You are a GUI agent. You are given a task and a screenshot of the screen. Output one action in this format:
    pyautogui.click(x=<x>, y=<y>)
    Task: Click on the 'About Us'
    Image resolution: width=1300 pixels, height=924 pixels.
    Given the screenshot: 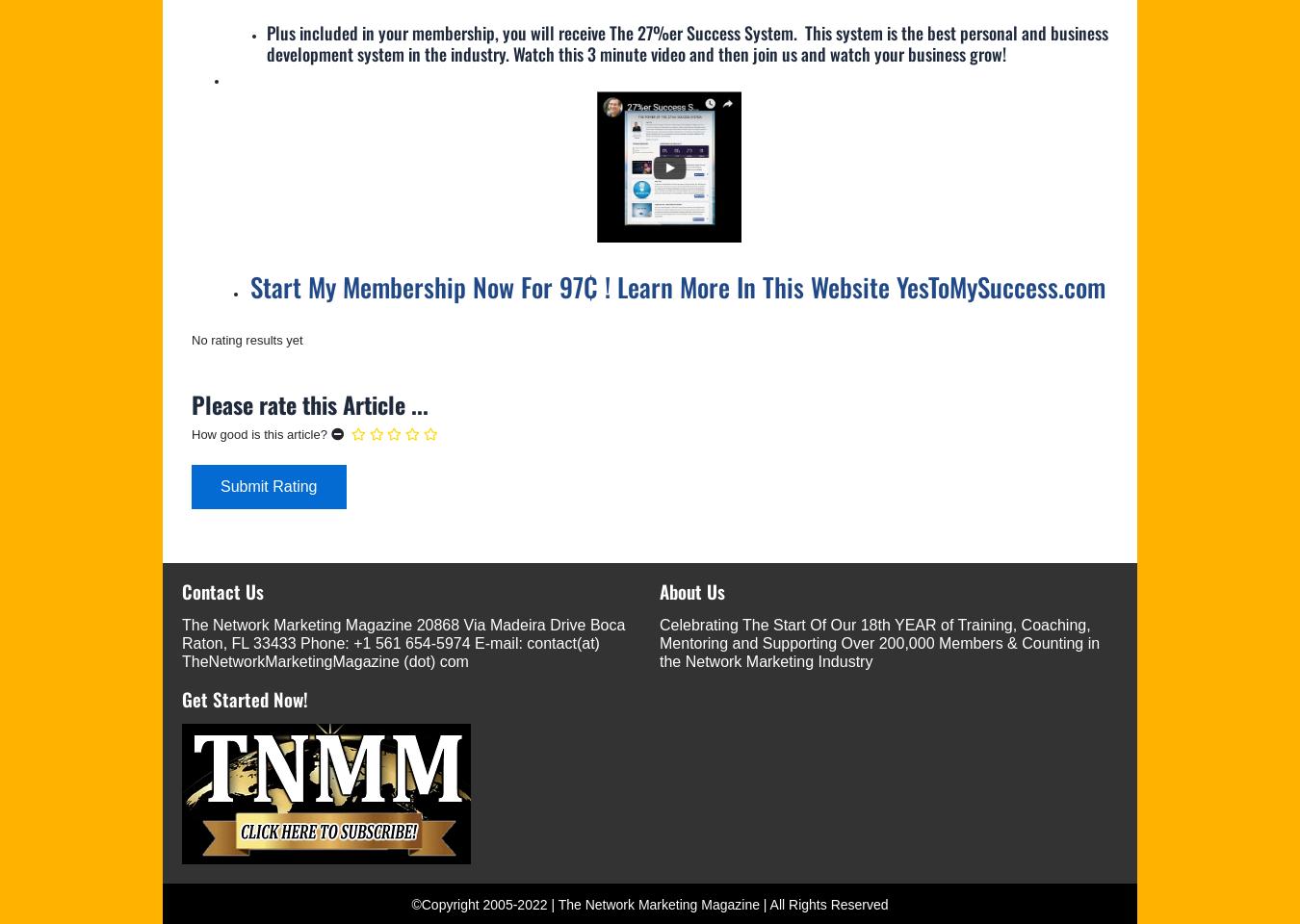 What is the action you would take?
    pyautogui.click(x=691, y=588)
    